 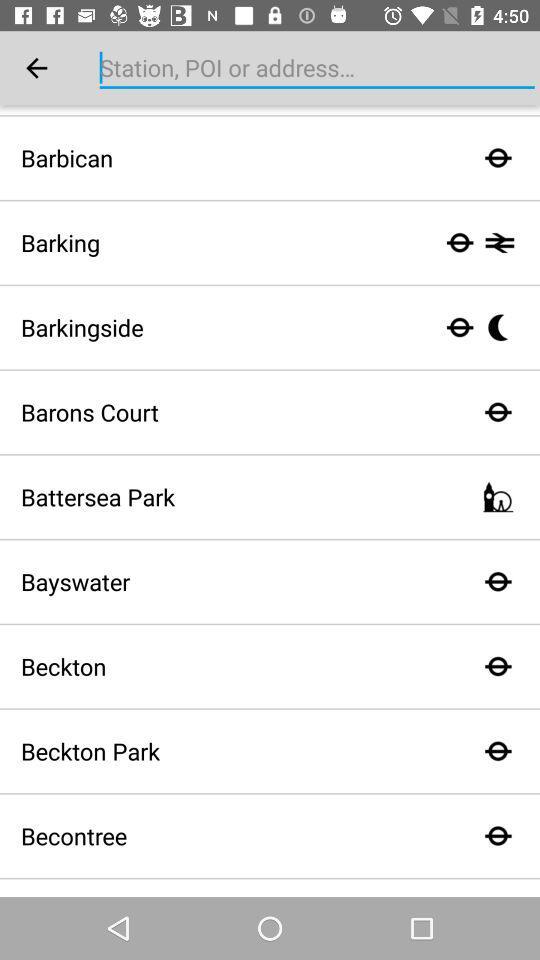 I want to click on icon at the top, so click(x=317, y=68).